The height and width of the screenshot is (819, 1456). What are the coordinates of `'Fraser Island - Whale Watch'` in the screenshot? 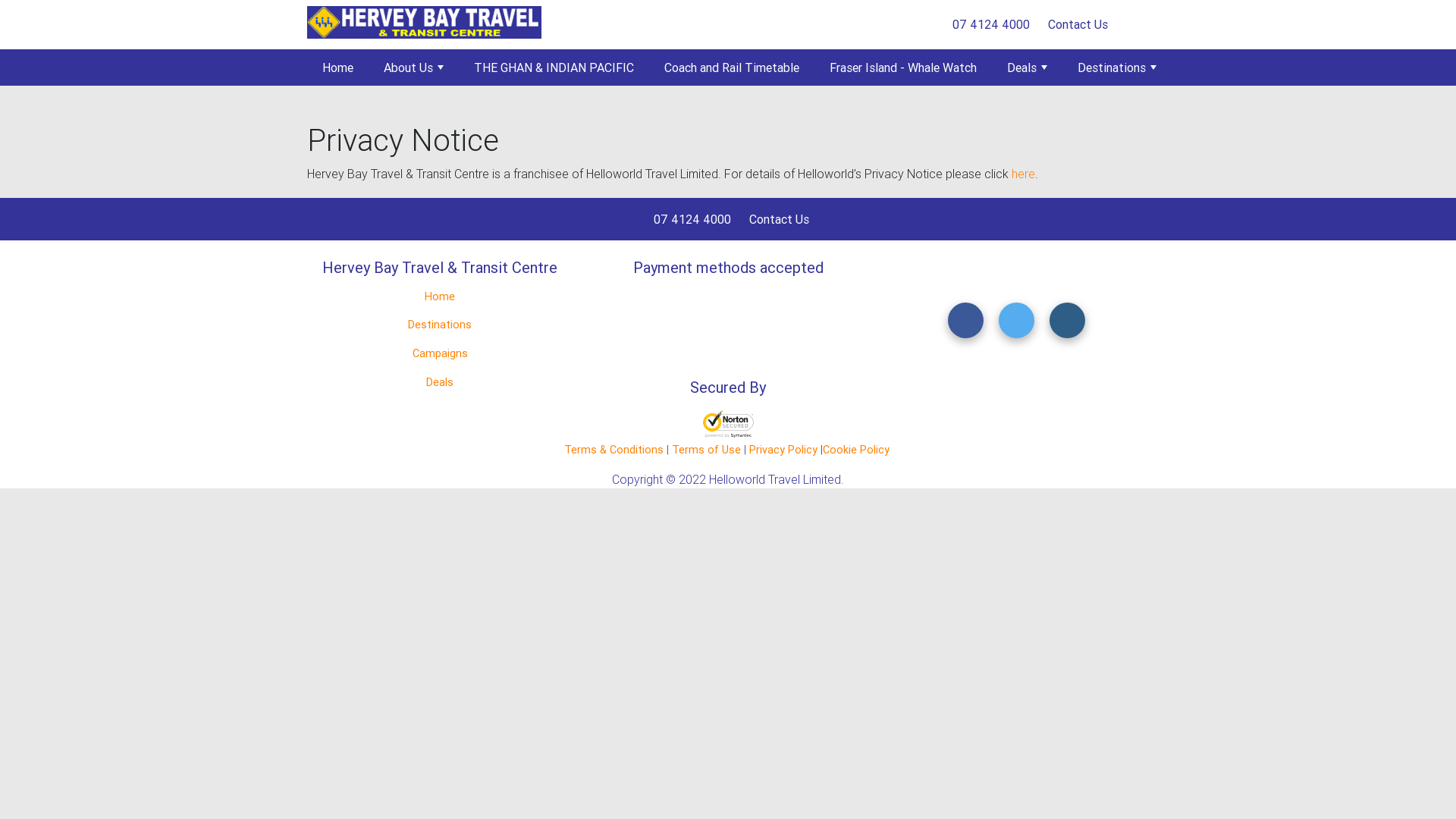 It's located at (902, 66).